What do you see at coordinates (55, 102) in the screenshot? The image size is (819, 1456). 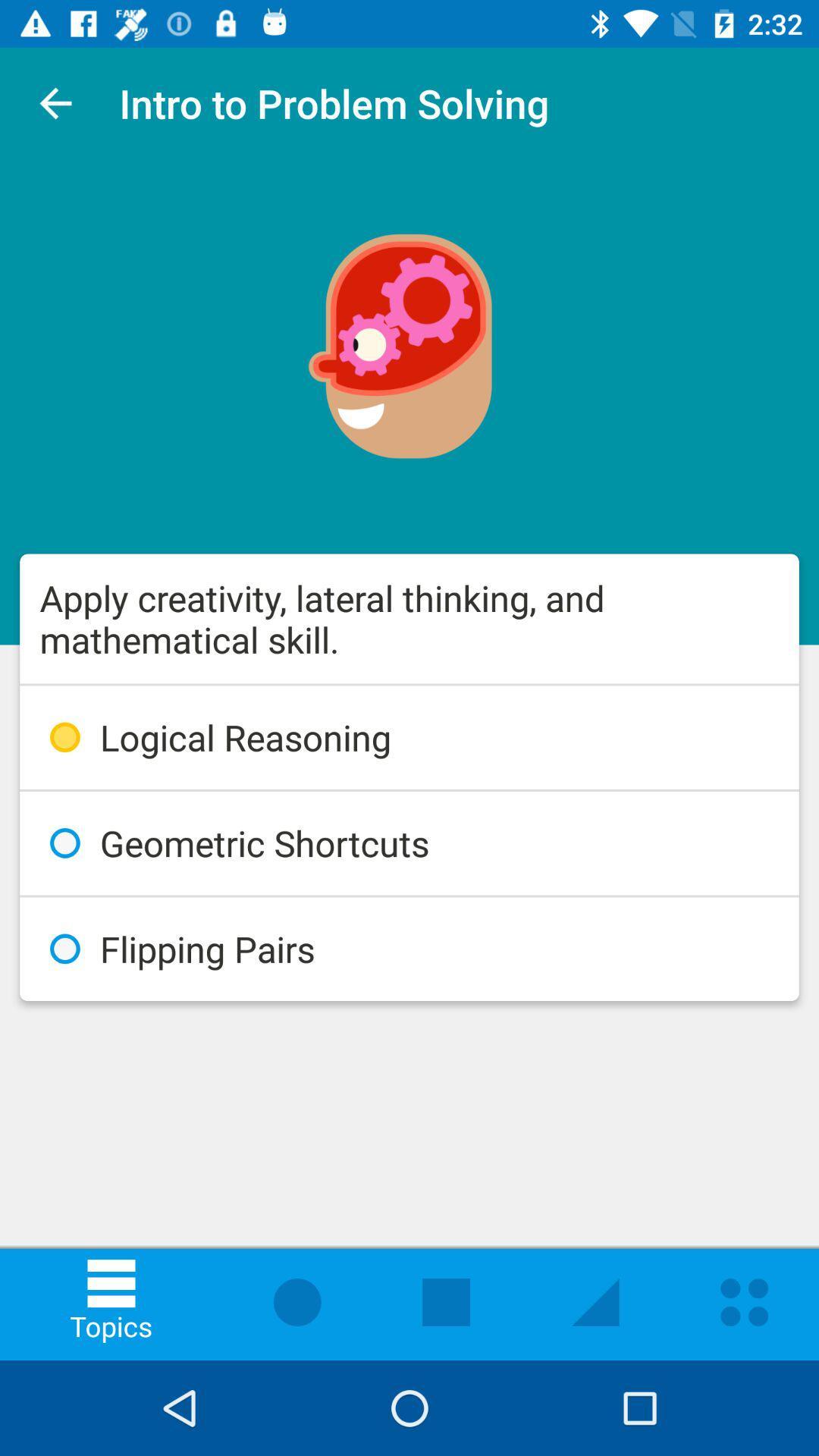 I see `icon to the left of intro to problem item` at bounding box center [55, 102].